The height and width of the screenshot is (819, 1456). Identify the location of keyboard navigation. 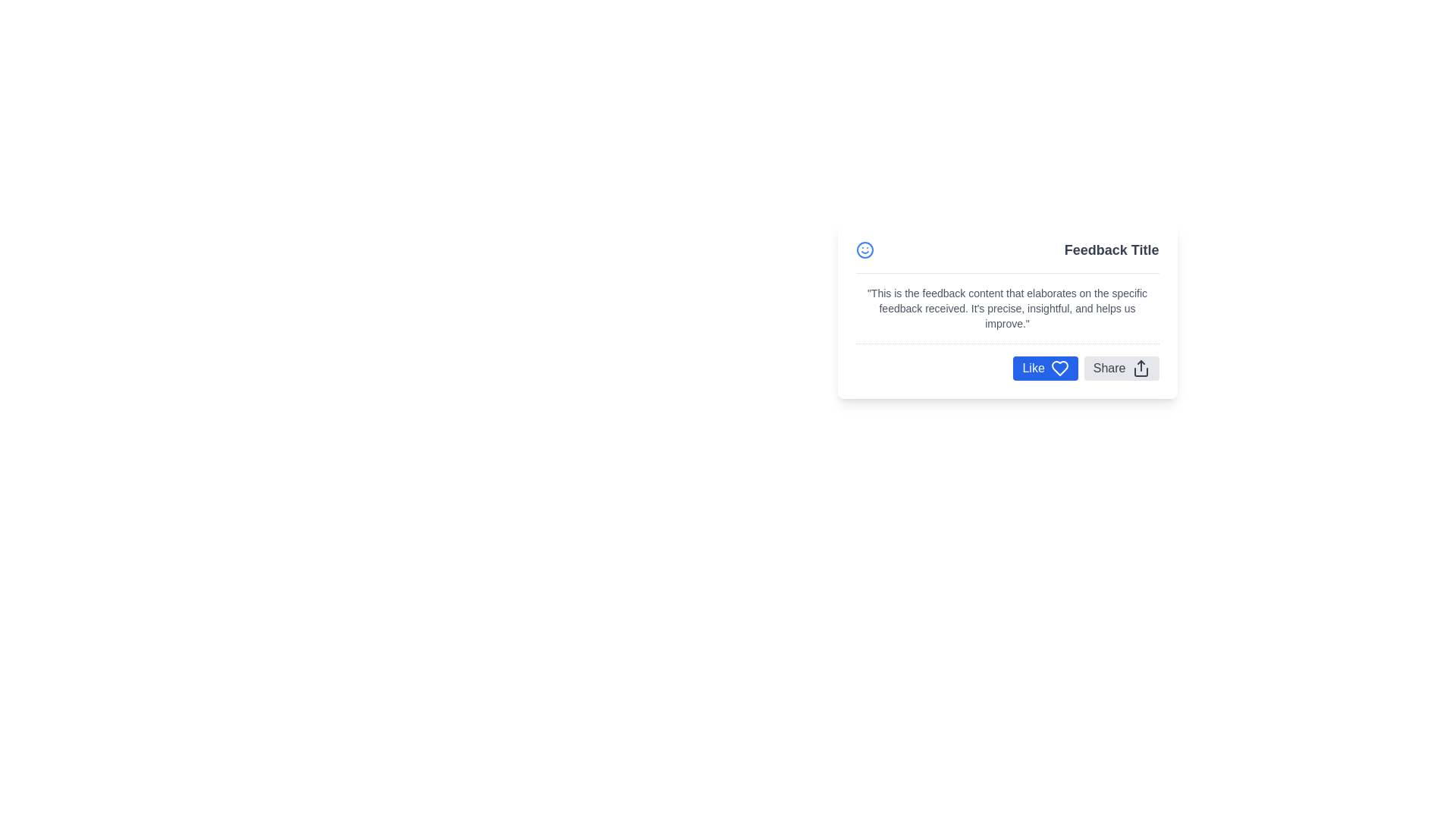
(1045, 369).